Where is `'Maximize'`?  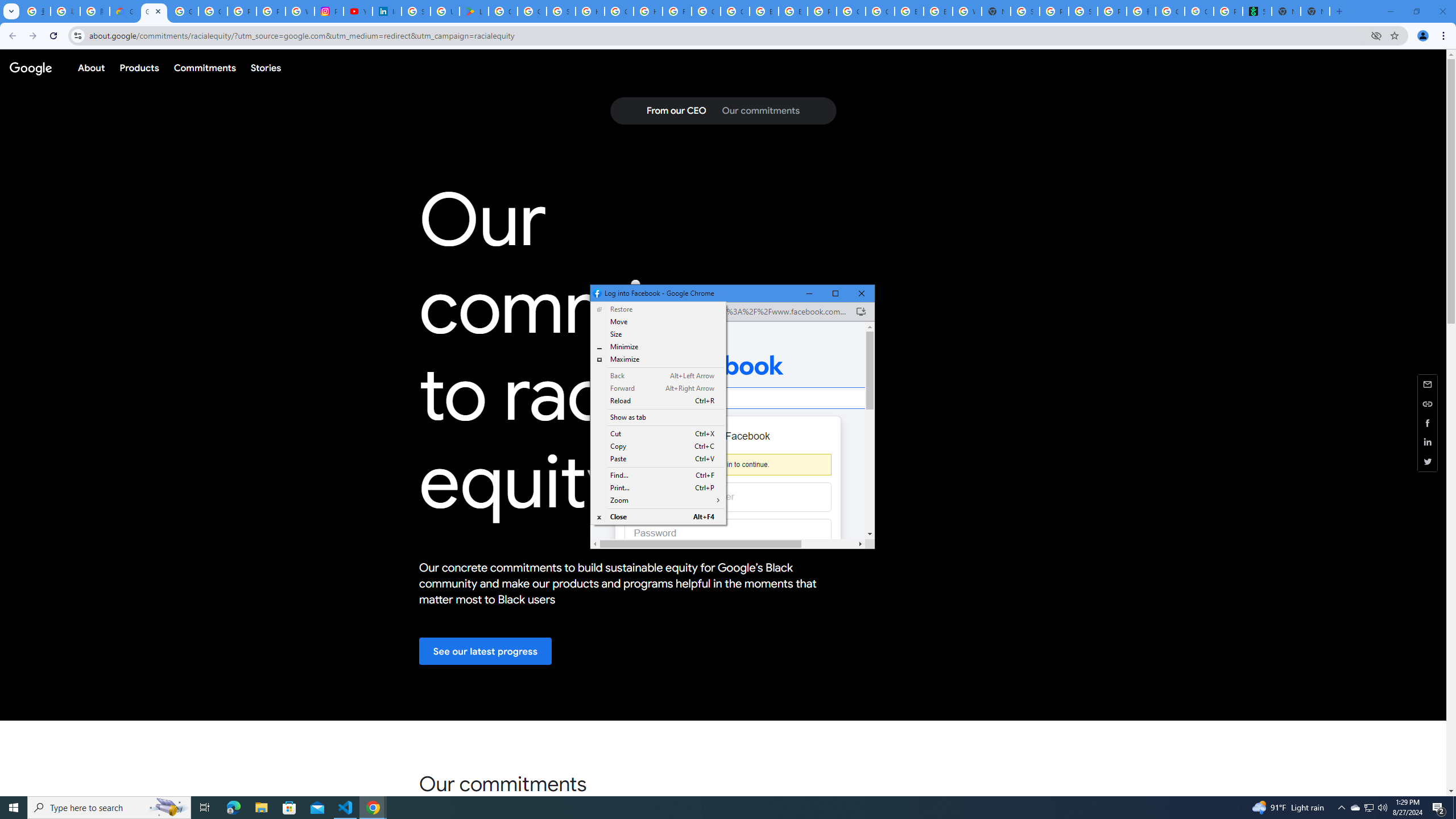 'Maximize' is located at coordinates (658, 388).